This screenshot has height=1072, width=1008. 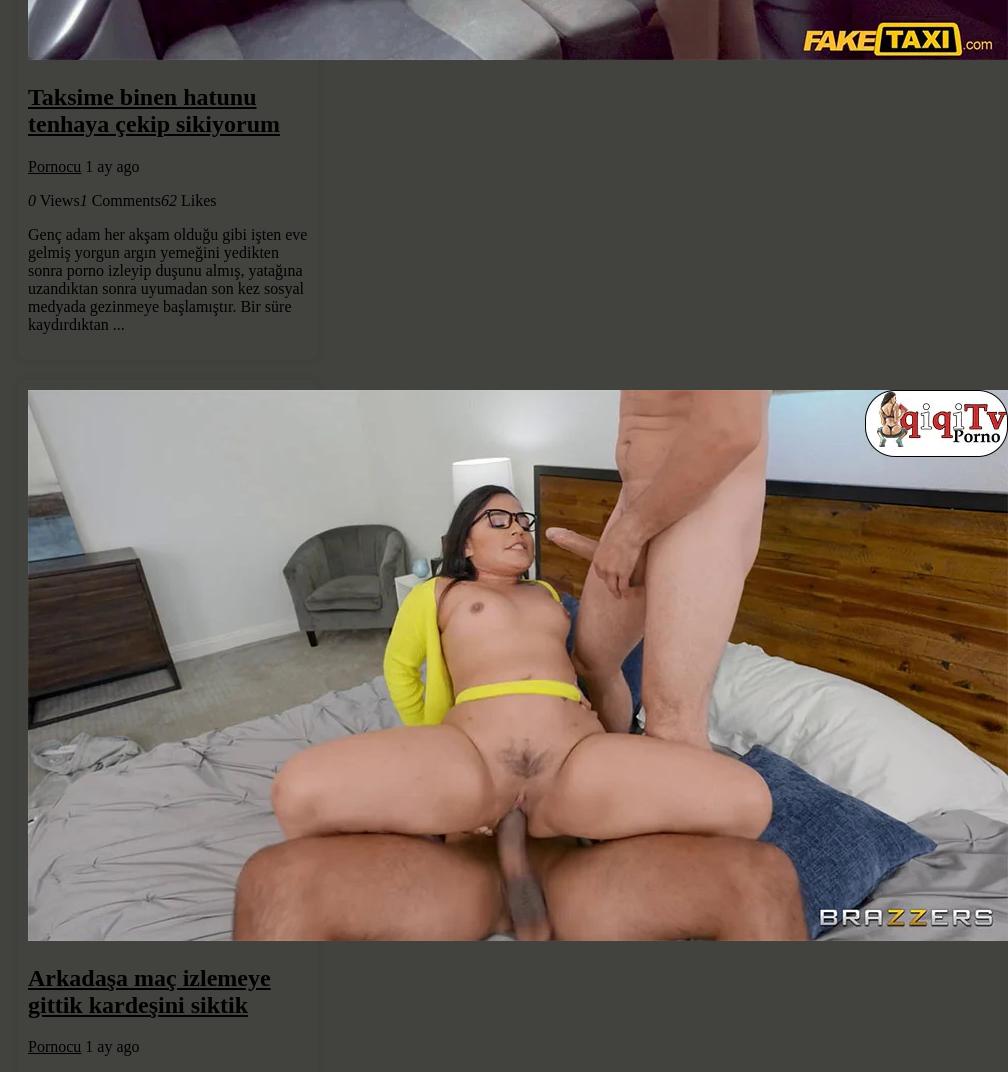 I want to click on '0', so click(x=31, y=198).